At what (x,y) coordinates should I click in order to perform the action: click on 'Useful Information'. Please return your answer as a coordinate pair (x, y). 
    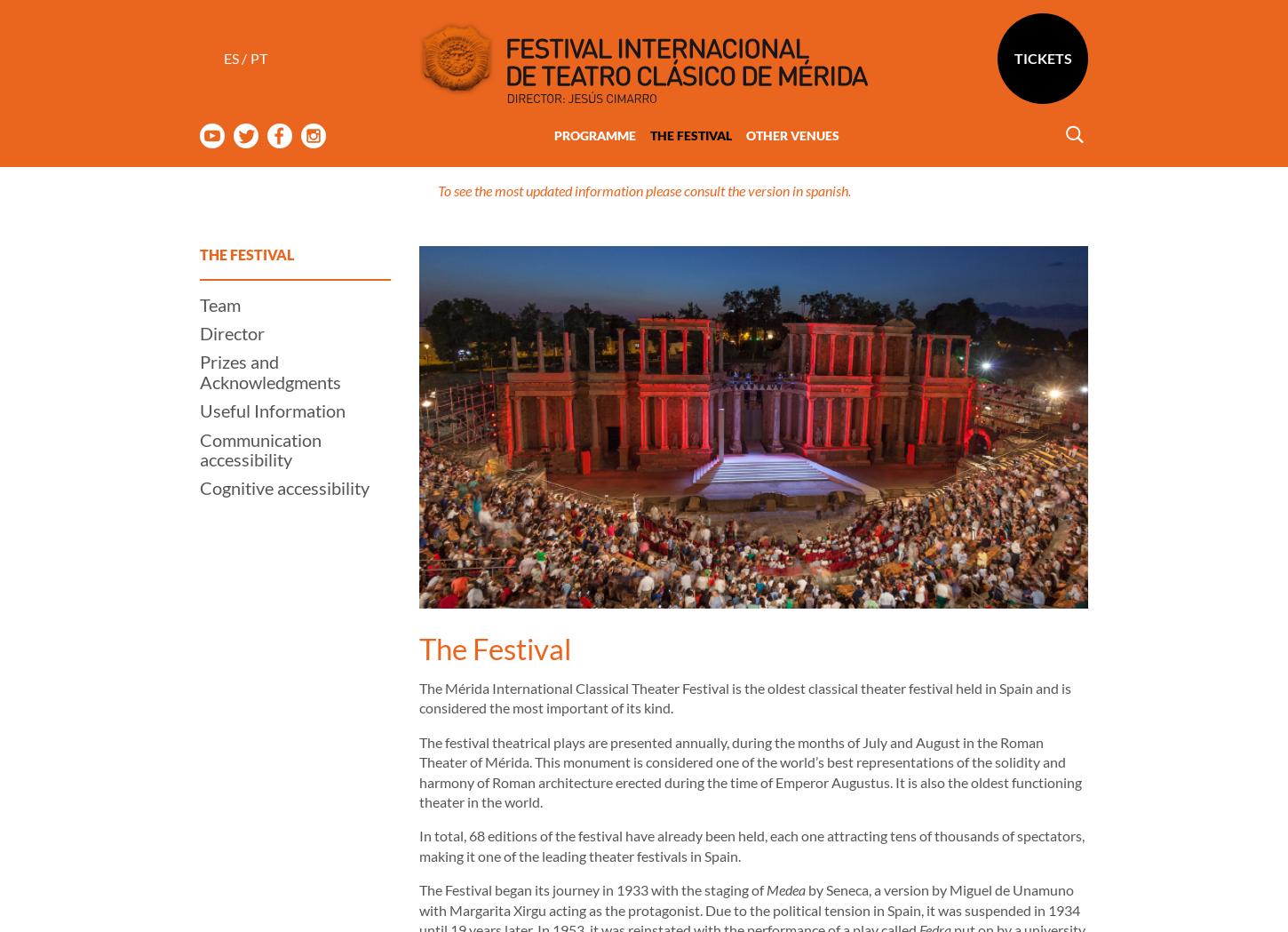
    Looking at the image, I should click on (272, 339).